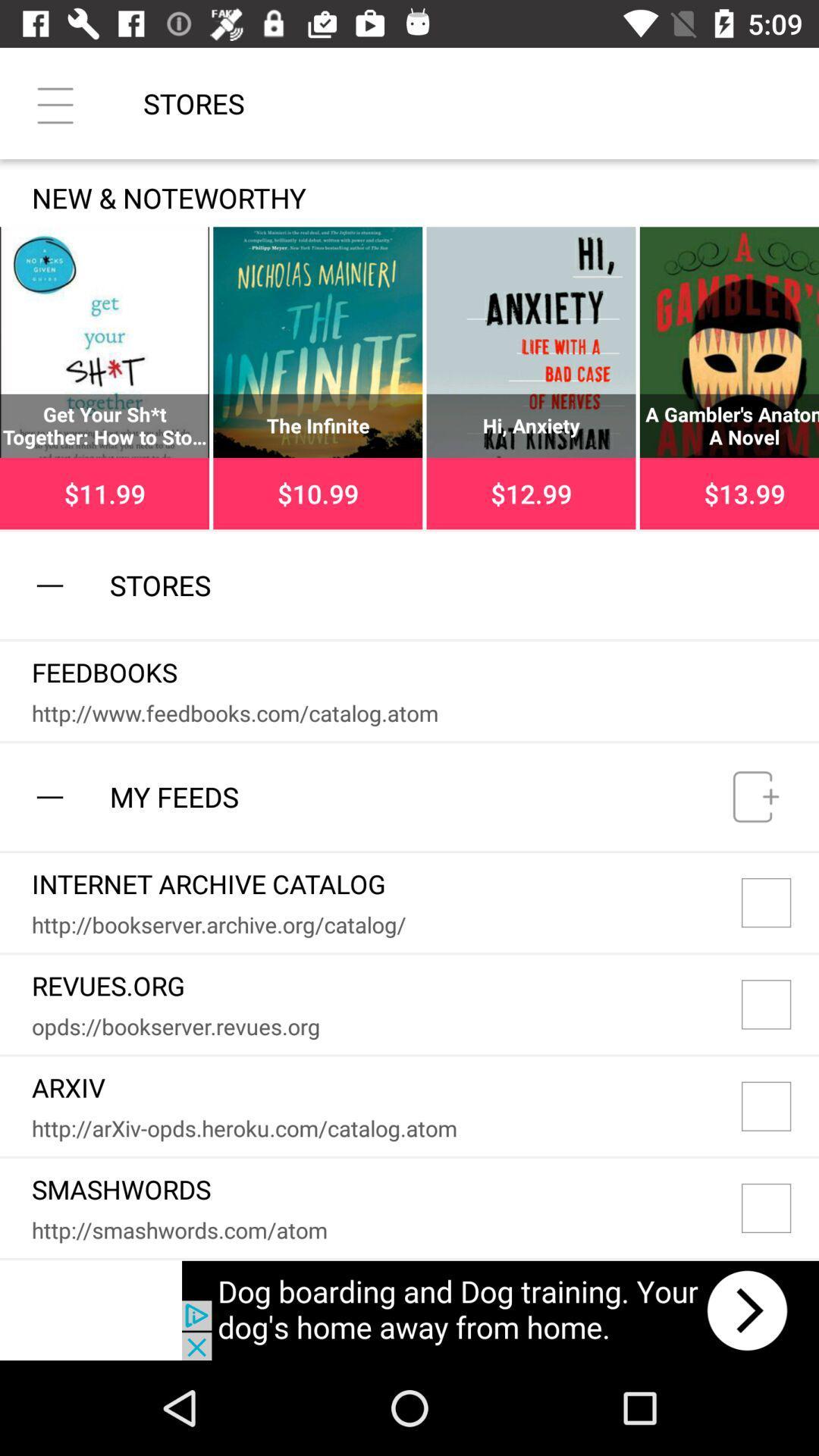 The width and height of the screenshot is (819, 1456). Describe the element at coordinates (780, 902) in the screenshot. I see `site` at that location.